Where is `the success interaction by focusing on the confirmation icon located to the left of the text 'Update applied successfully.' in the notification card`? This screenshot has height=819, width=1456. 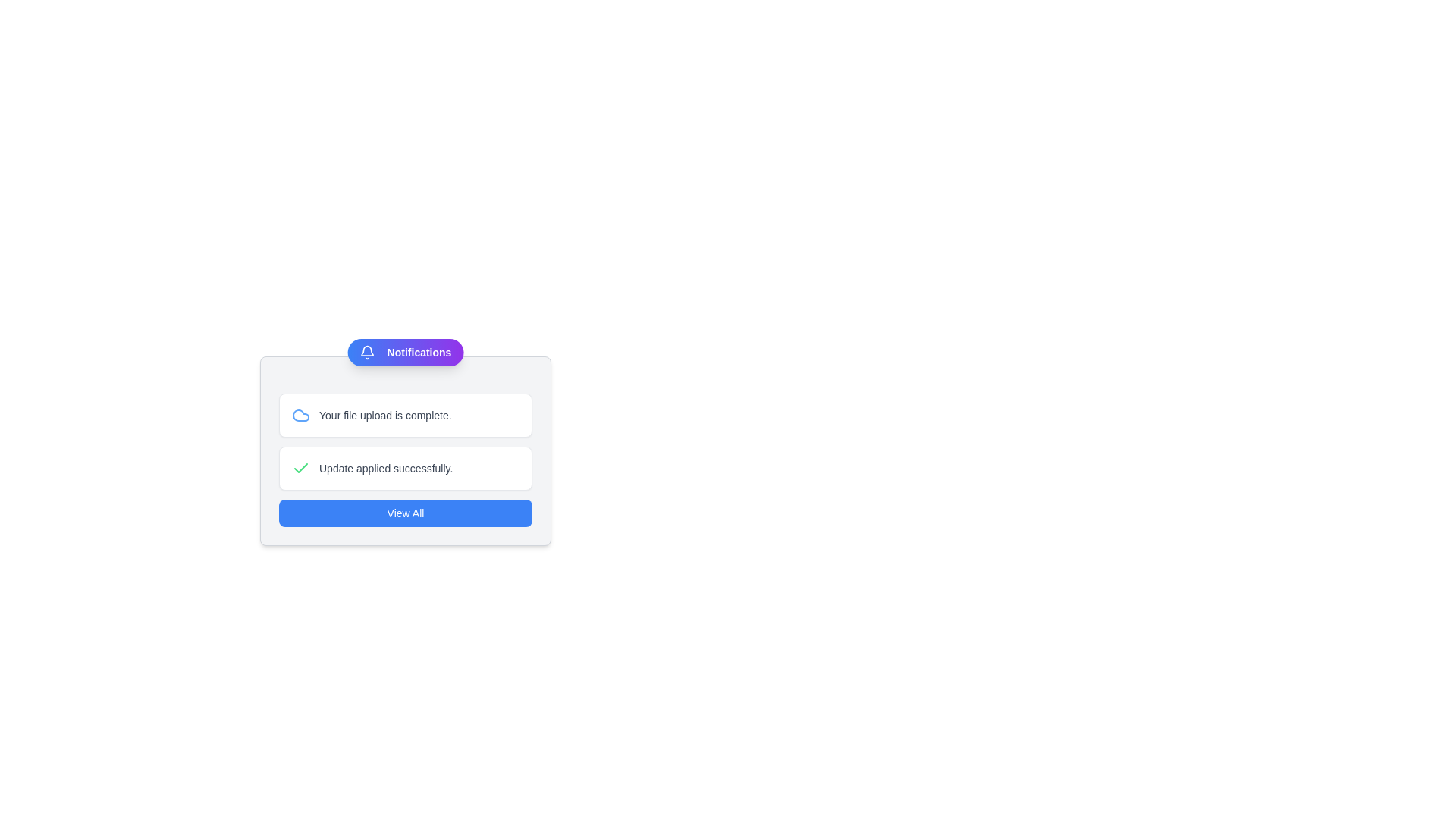 the success interaction by focusing on the confirmation icon located to the left of the text 'Update applied successfully.' in the notification card is located at coordinates (301, 467).